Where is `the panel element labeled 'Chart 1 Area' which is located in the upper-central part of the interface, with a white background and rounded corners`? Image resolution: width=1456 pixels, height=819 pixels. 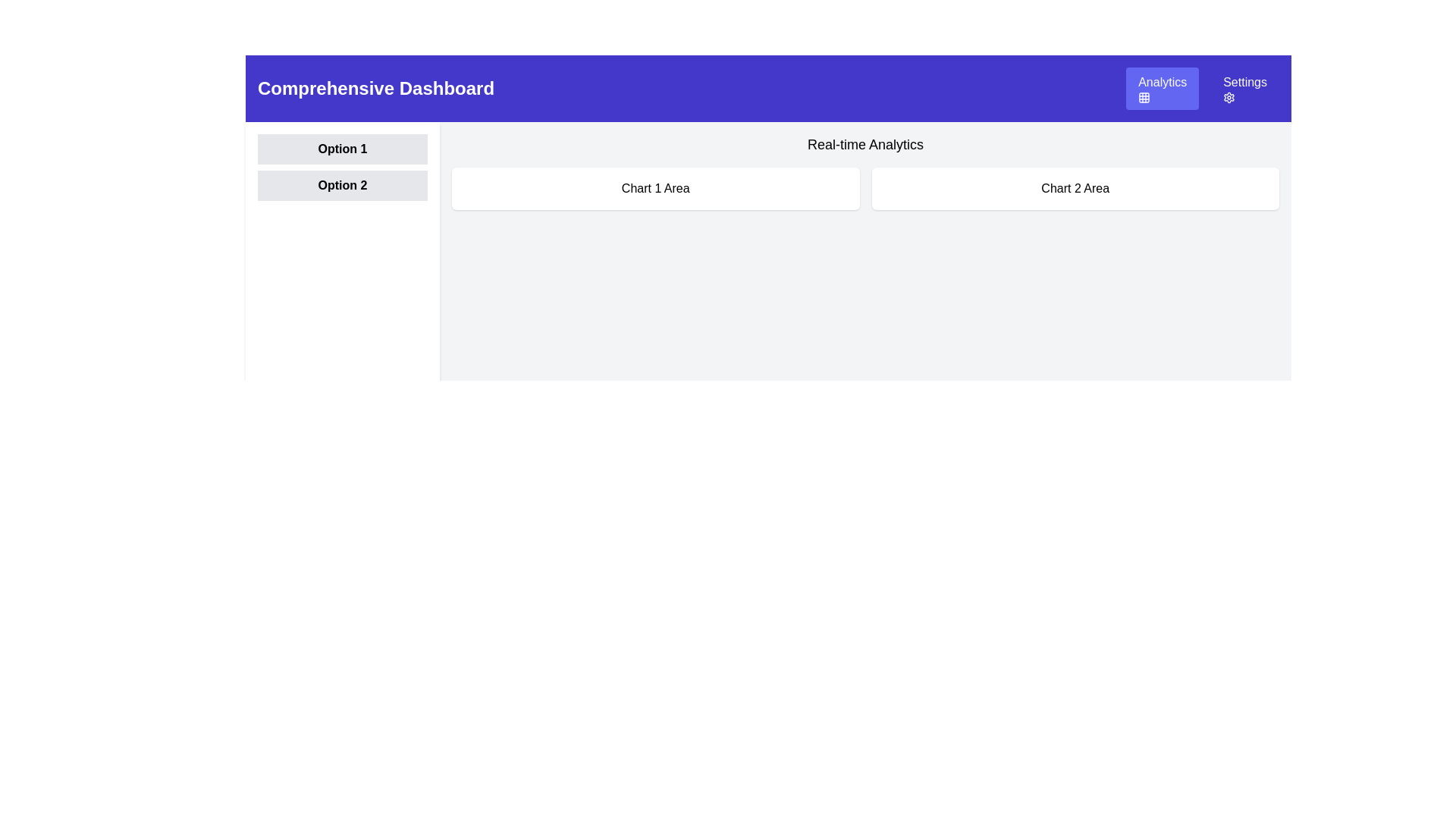
the panel element labeled 'Chart 1 Area' which is located in the upper-central part of the interface, with a white background and rounded corners is located at coordinates (655, 188).